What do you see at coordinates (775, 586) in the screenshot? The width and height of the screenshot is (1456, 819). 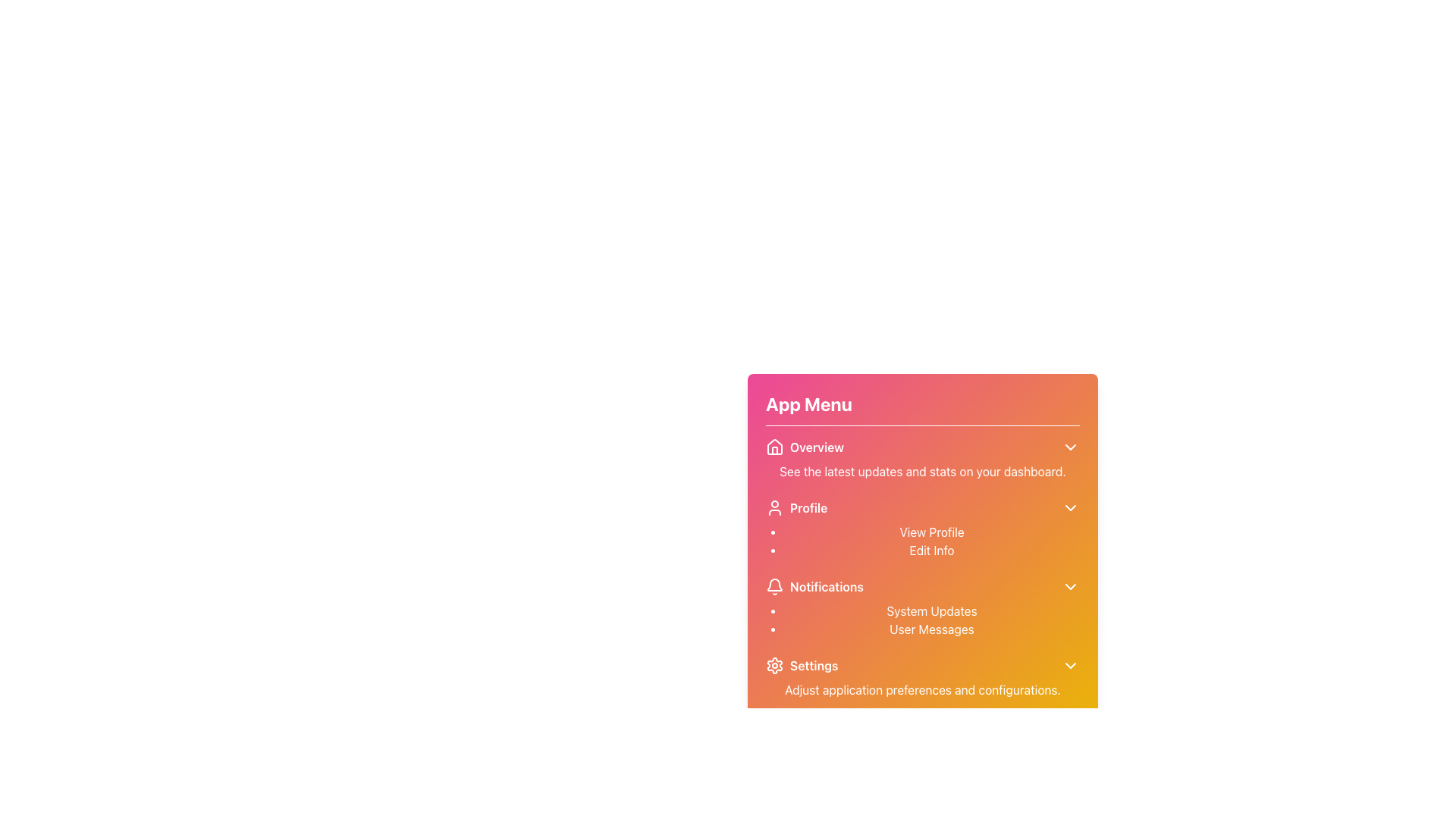 I see `the bell icon, which is styled with a thin outline and is located to the left of the 'Notifications' text in the application menu panel` at bounding box center [775, 586].